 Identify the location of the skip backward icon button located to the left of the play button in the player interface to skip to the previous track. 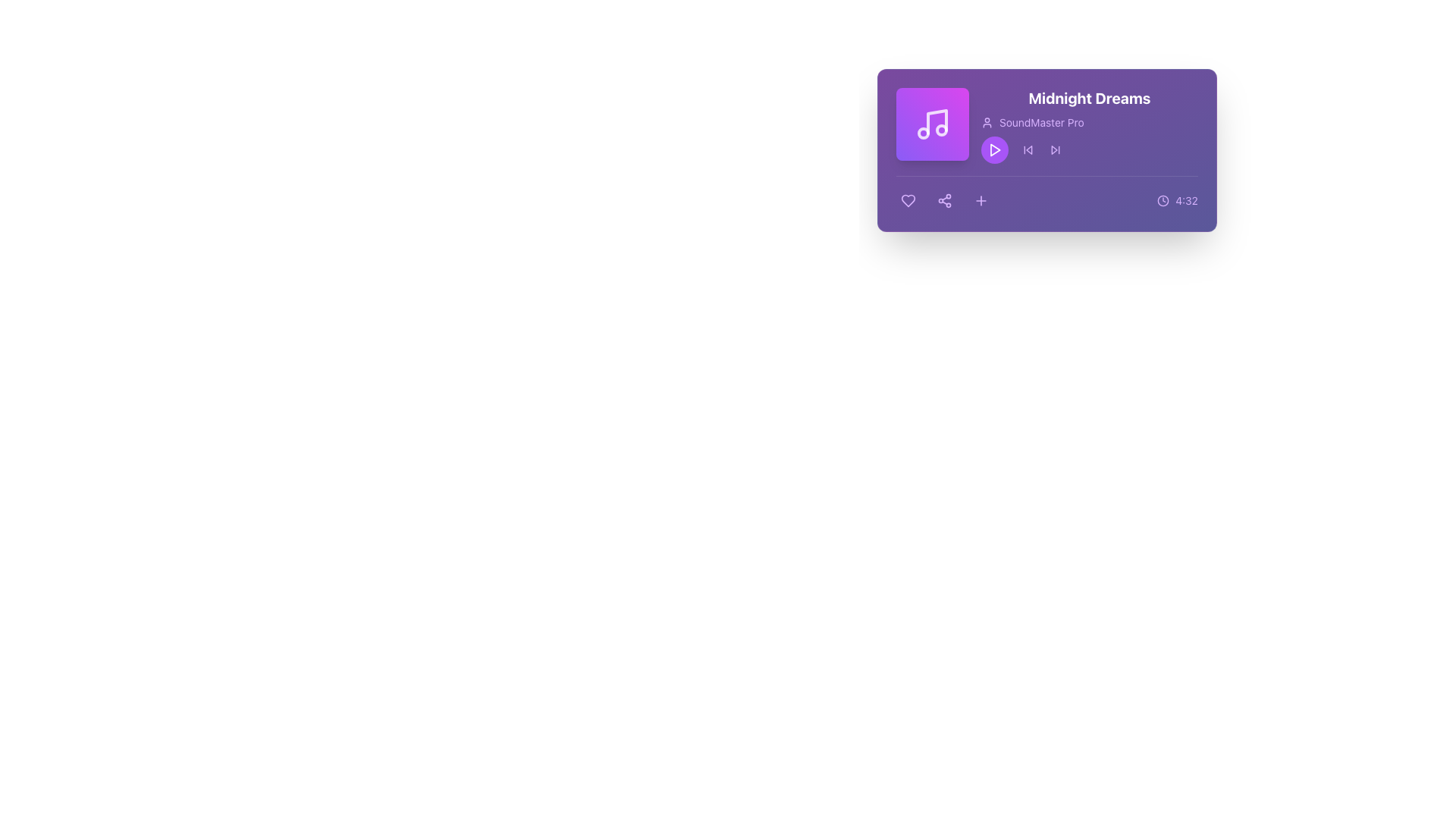
(1028, 149).